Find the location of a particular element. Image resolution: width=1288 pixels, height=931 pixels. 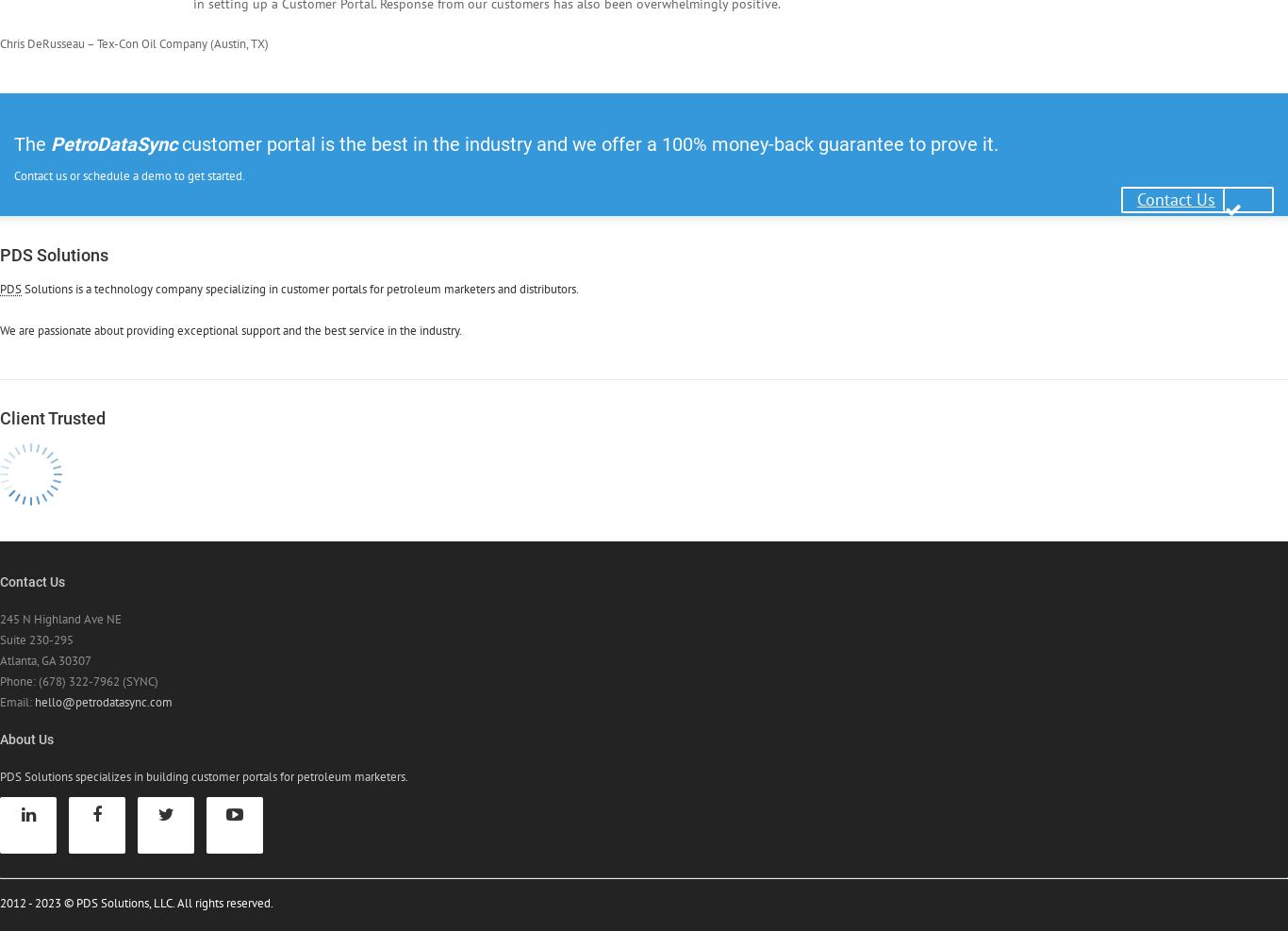

'Solutions is a technology company specializing in customer portals for petroleum marketers and distributors.' is located at coordinates (300, 288).